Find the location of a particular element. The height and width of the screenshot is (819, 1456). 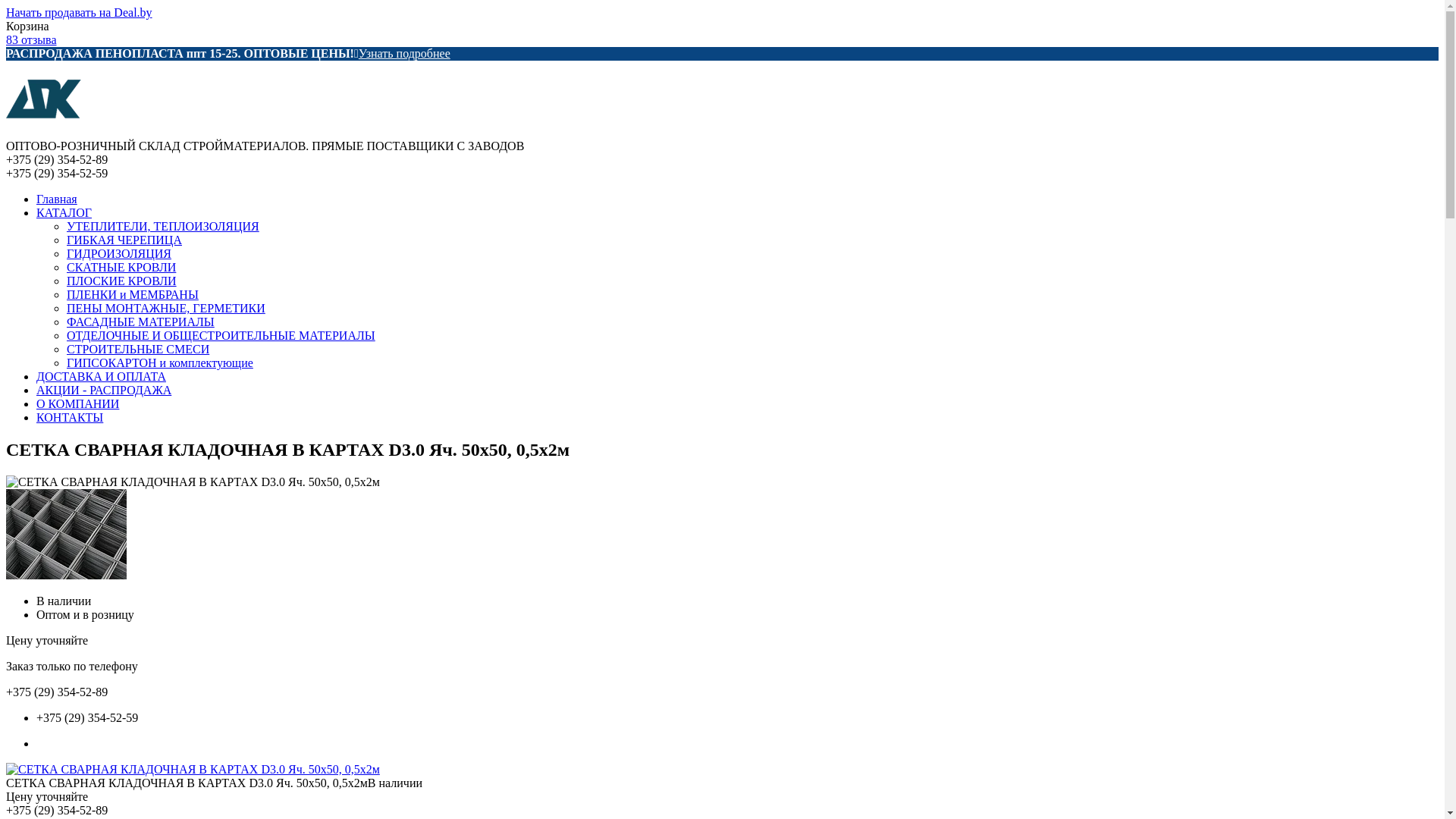

'domprofkomplekt.by' is located at coordinates (43, 131).